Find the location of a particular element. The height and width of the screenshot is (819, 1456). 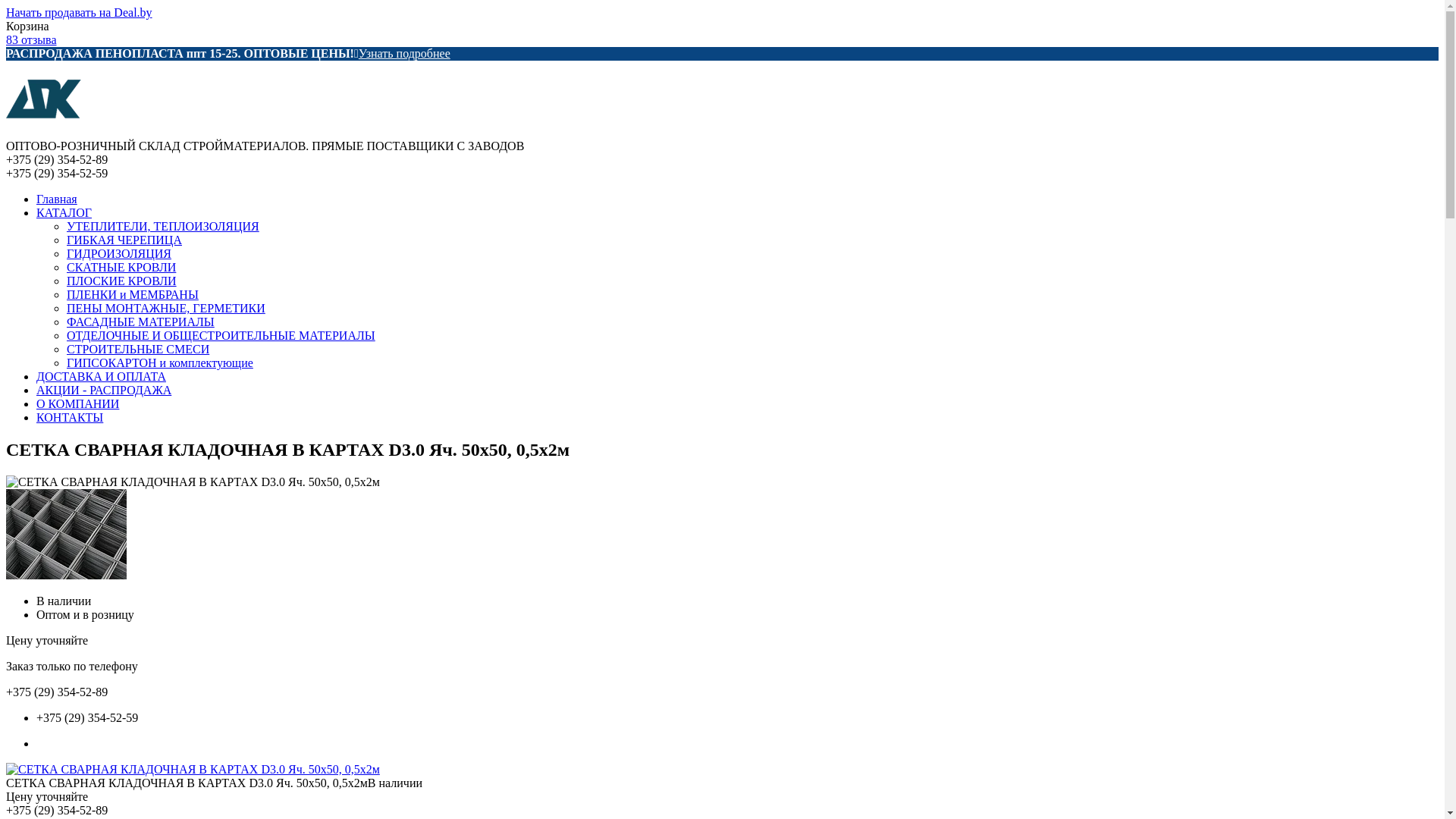

'domprofkomplekt.by' is located at coordinates (43, 131).